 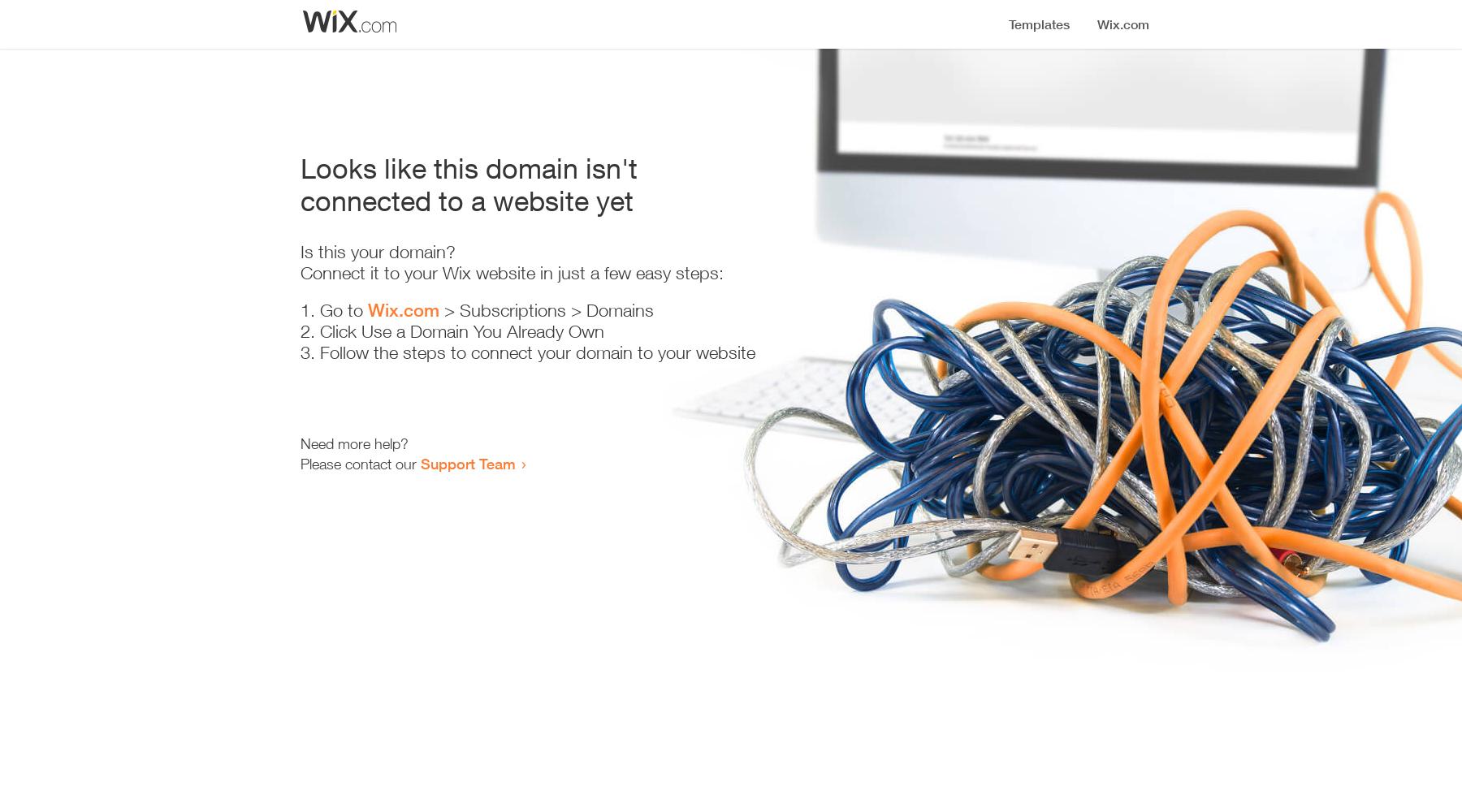 I want to click on 'Is this your domain?', so click(x=377, y=252).